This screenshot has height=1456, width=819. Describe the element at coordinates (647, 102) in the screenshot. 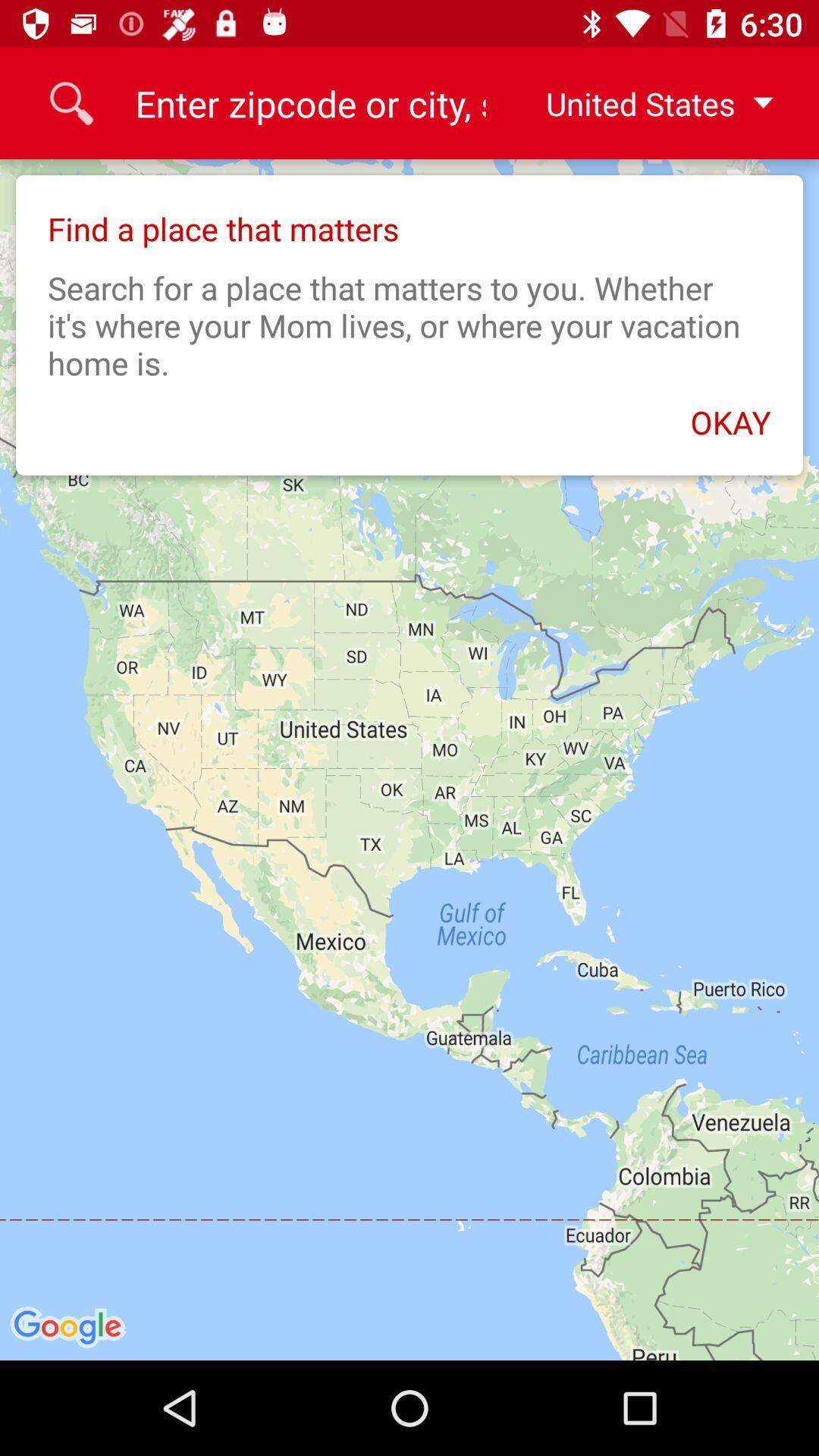

I see `the icon at the top right corner` at that location.